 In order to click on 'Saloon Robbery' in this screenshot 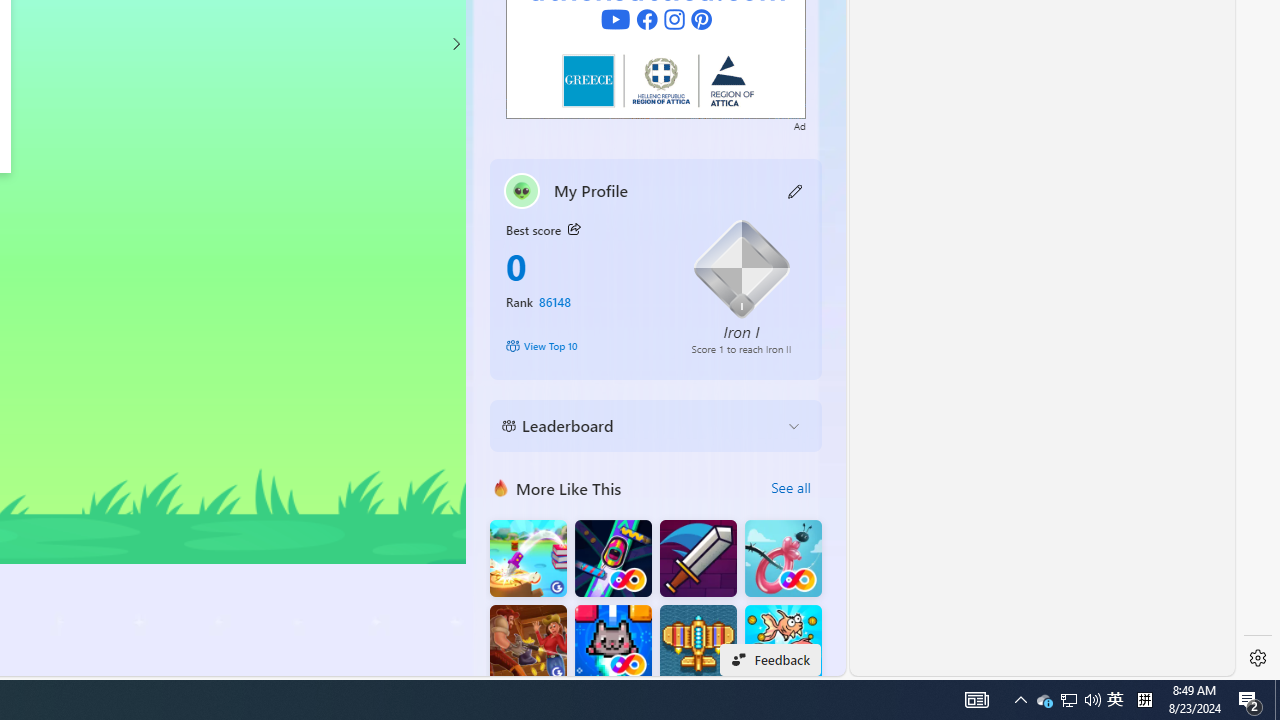, I will do `click(528, 643)`.